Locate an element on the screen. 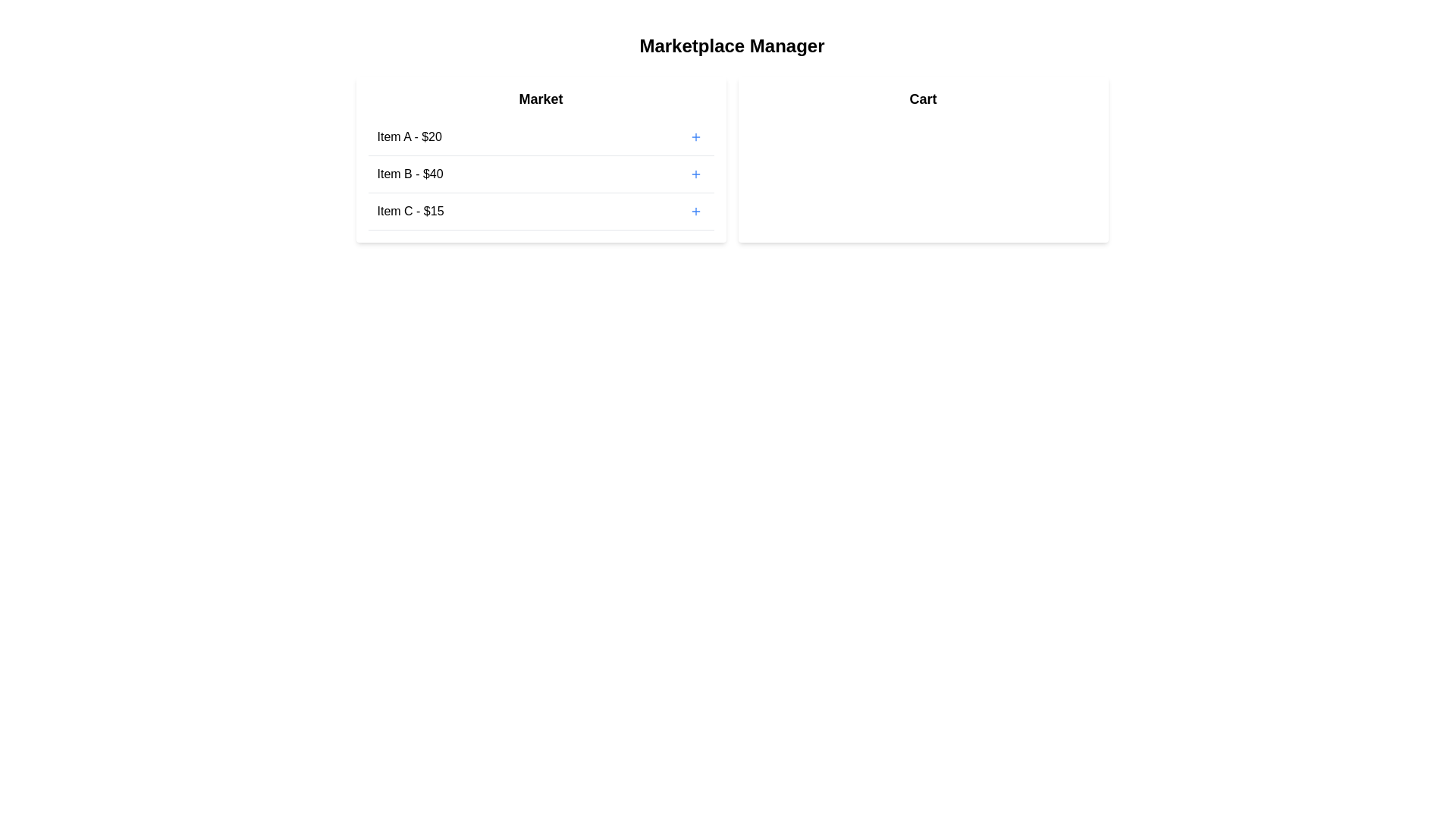 This screenshot has width=1456, height=819. the 'Market' header to inspect it is located at coordinates (541, 99).